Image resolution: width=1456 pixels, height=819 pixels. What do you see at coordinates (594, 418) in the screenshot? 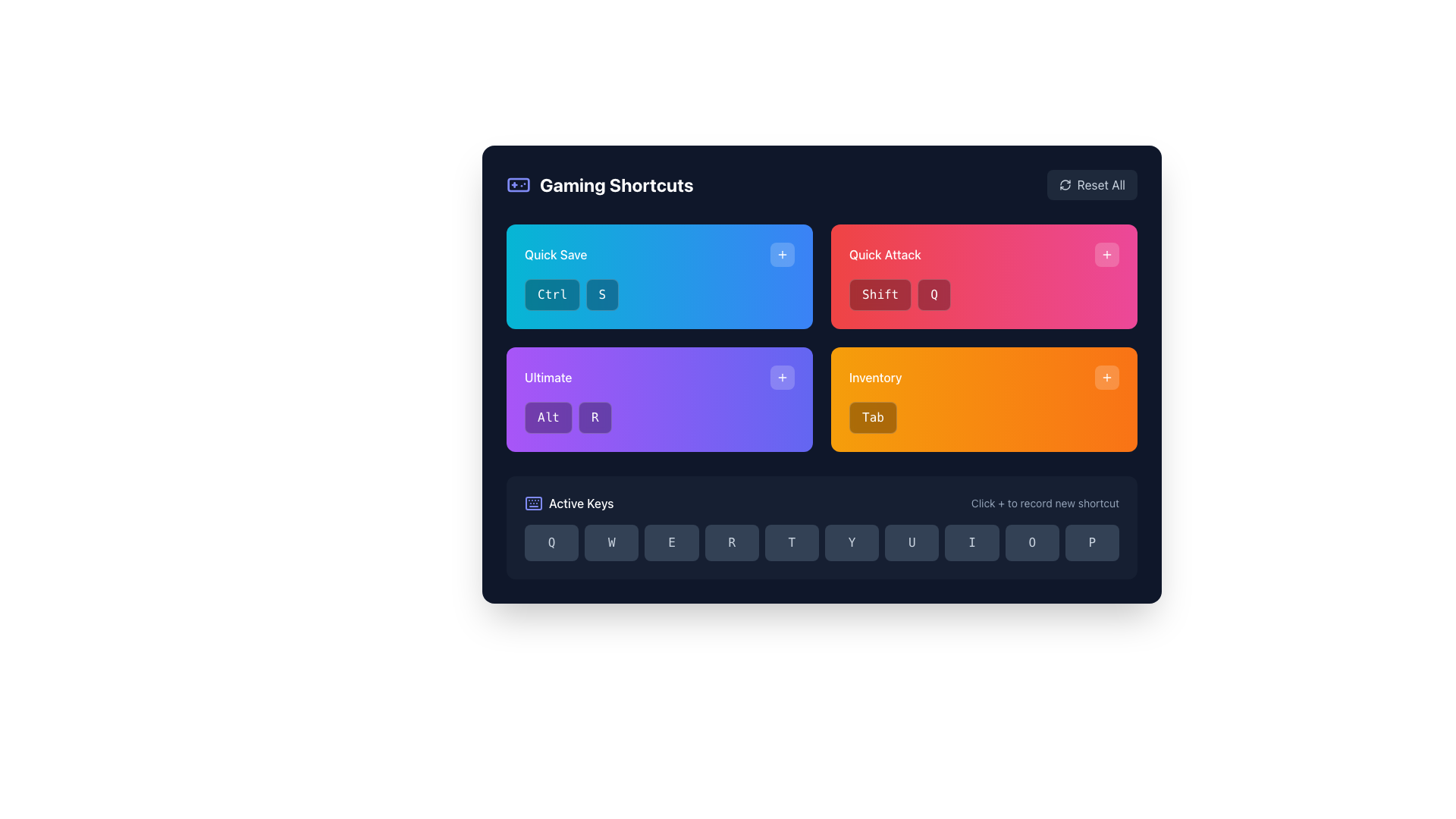
I see `the button labeled 'R', which is the second button in the horizontal sequence within the 'Ultimate' group` at bounding box center [594, 418].